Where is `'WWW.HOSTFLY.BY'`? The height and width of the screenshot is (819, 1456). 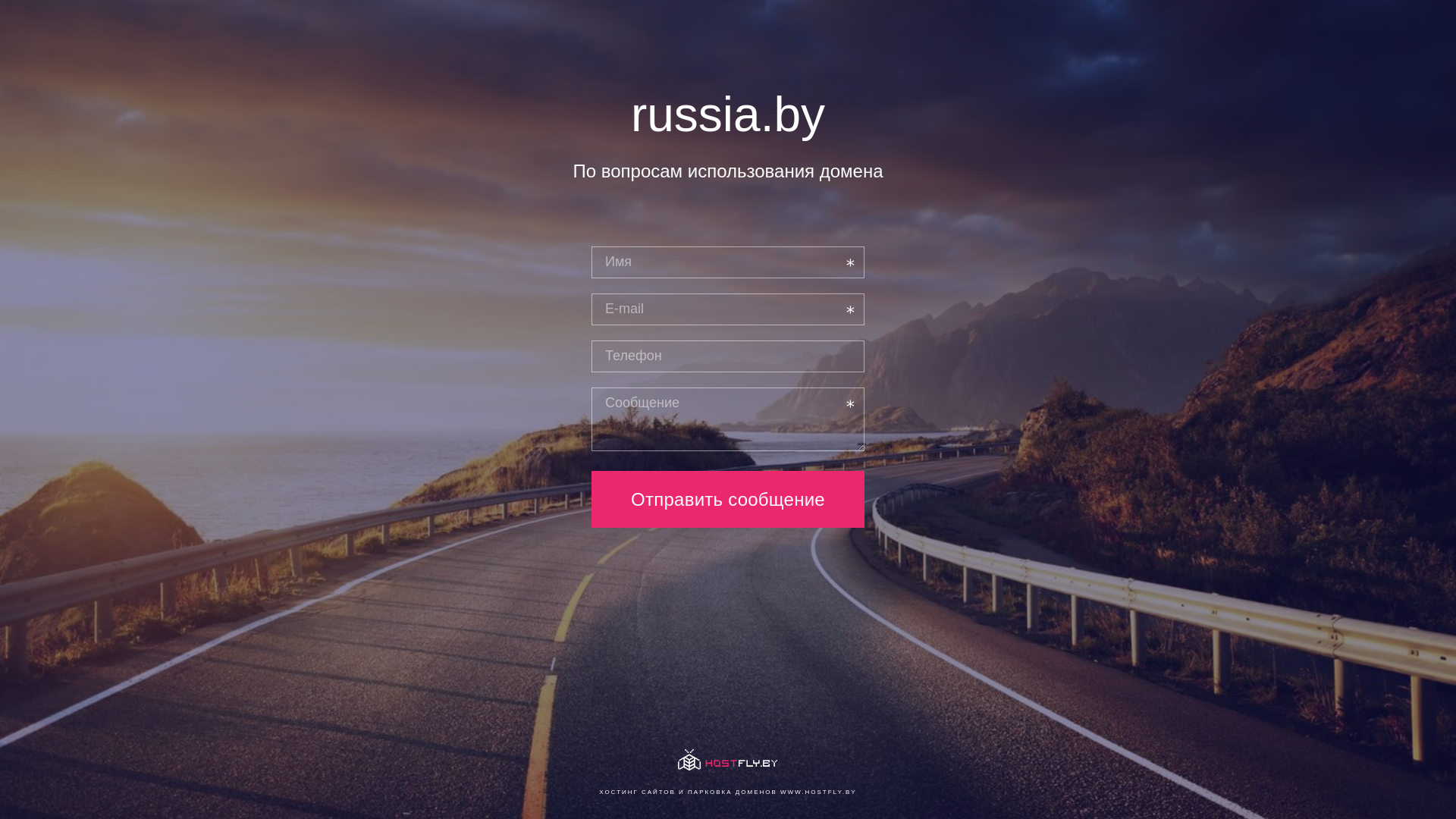 'WWW.HOSTFLY.BY' is located at coordinates (817, 791).